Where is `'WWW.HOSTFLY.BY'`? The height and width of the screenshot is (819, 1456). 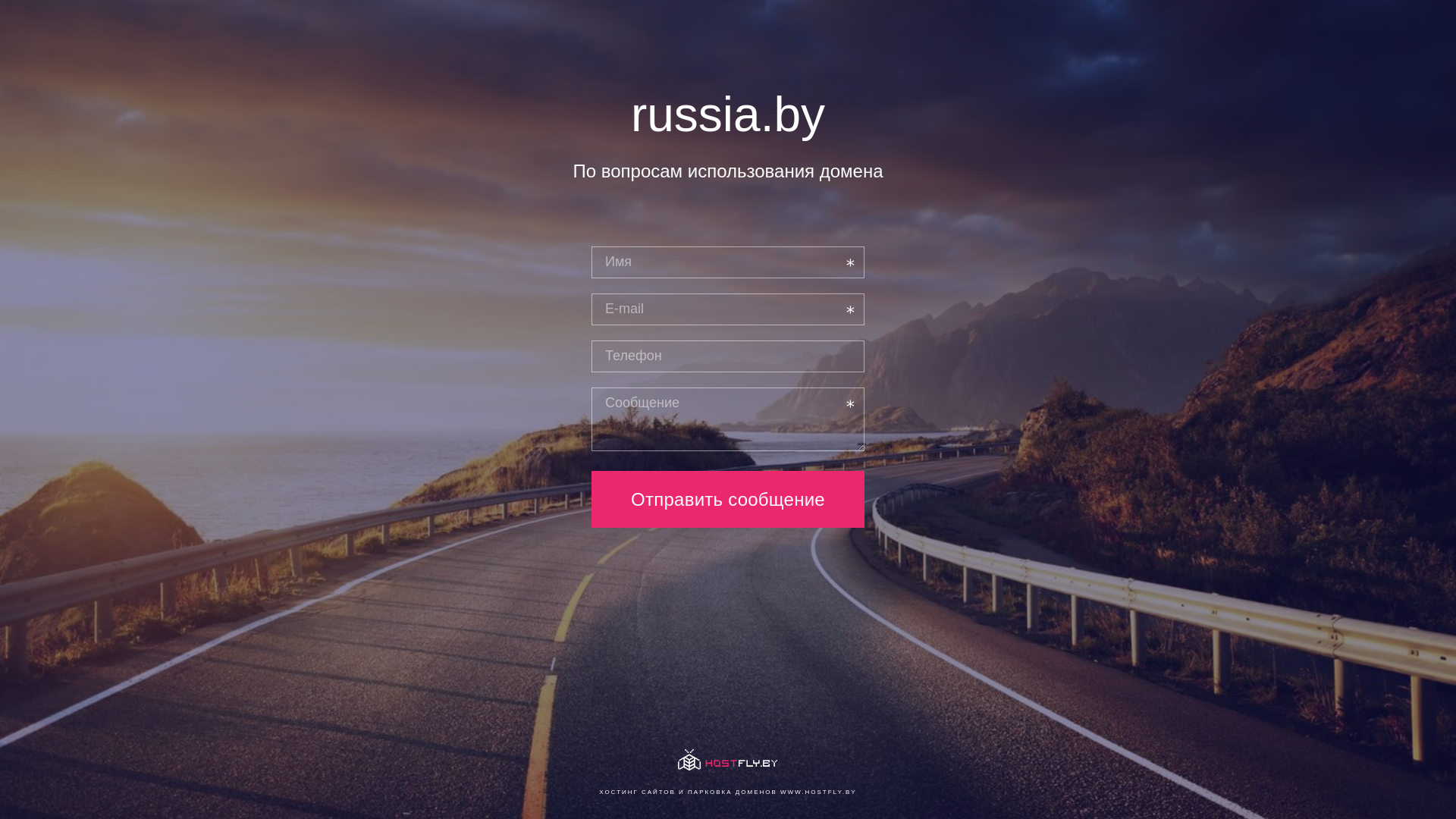 'WWW.HOSTFLY.BY' is located at coordinates (817, 791).